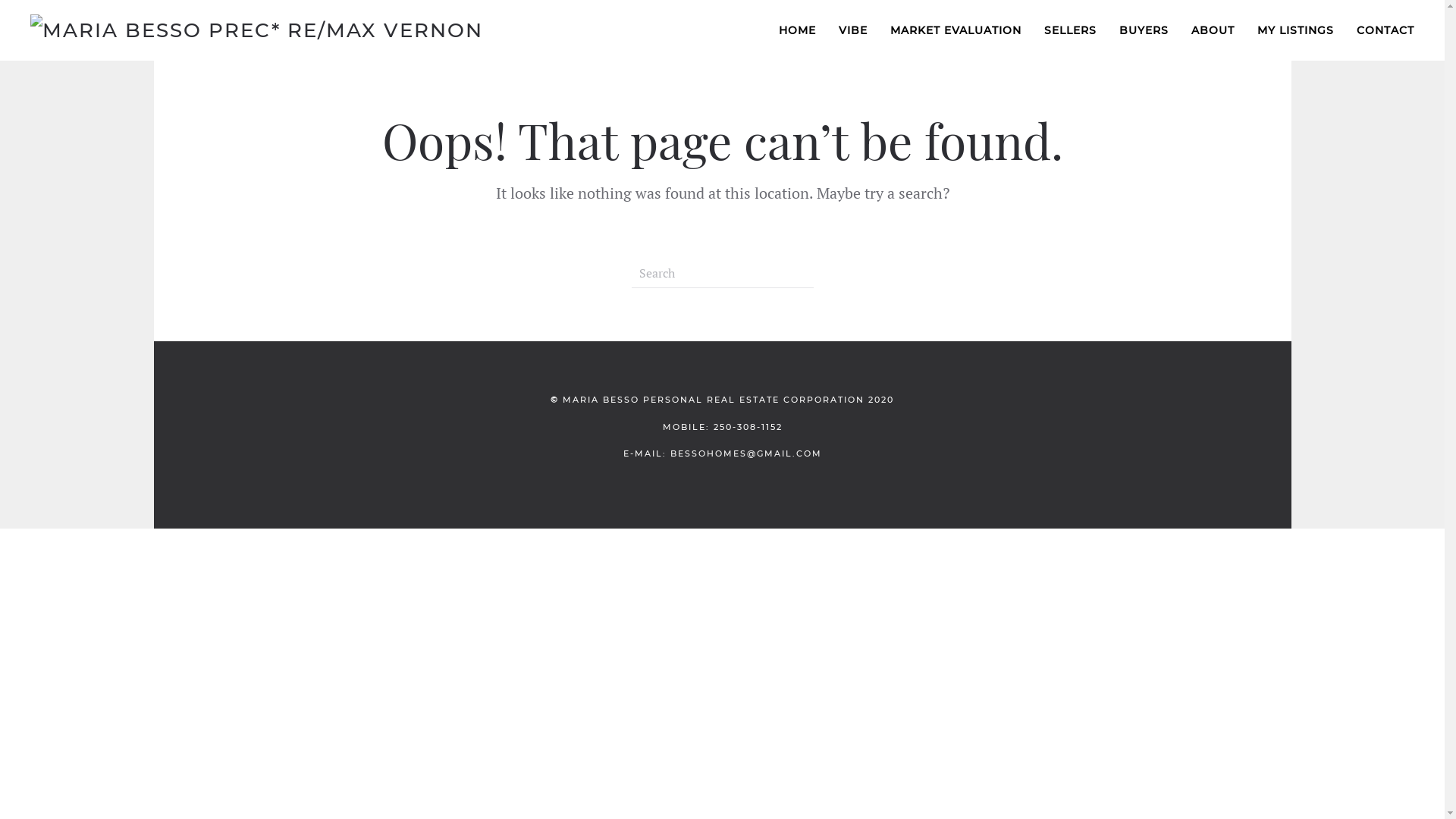 This screenshot has width=1456, height=819. Describe the element at coordinates (852, 30) in the screenshot. I see `'VIBE'` at that location.